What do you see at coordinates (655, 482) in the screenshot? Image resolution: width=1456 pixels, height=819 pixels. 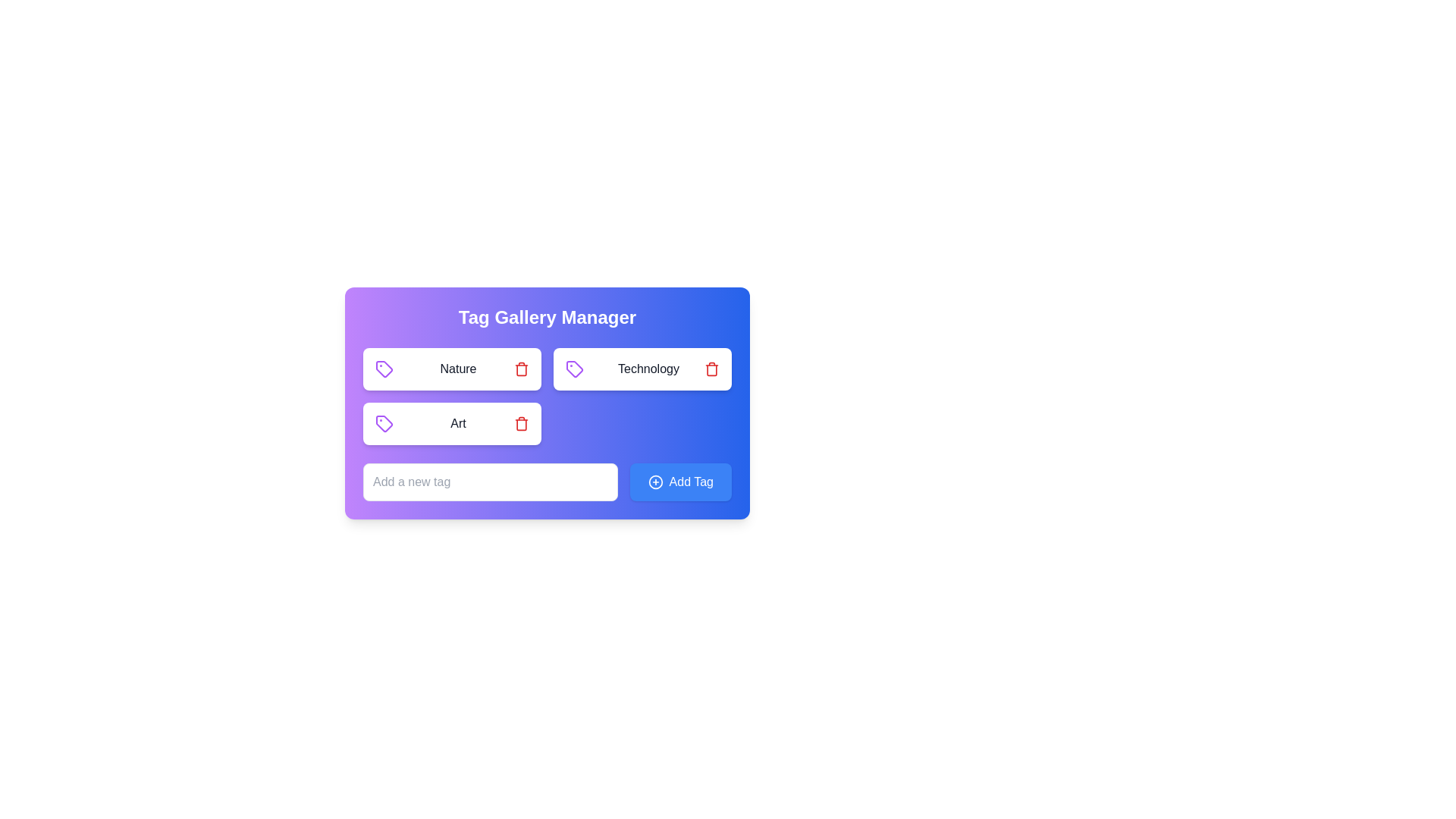 I see `the circular outline of the 'Add' icon, which visually supports the '+' sign, to execute the corresponding action` at bounding box center [655, 482].